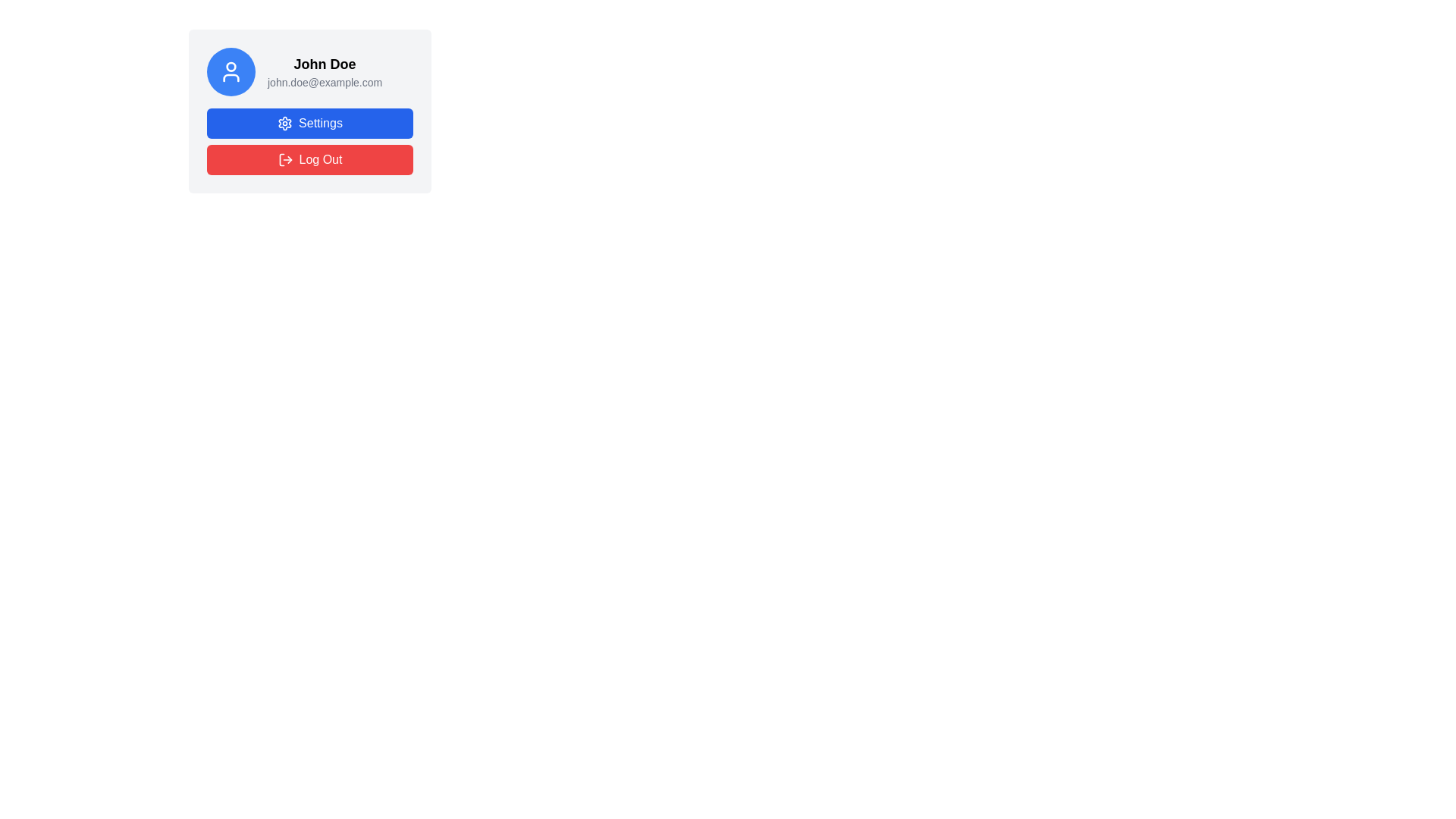 The height and width of the screenshot is (819, 1456). What do you see at coordinates (231, 72) in the screenshot?
I see `the blue circular avatar with a white outline of a person icon located in the upper left corner of the user's profile card to observe possible effects` at bounding box center [231, 72].